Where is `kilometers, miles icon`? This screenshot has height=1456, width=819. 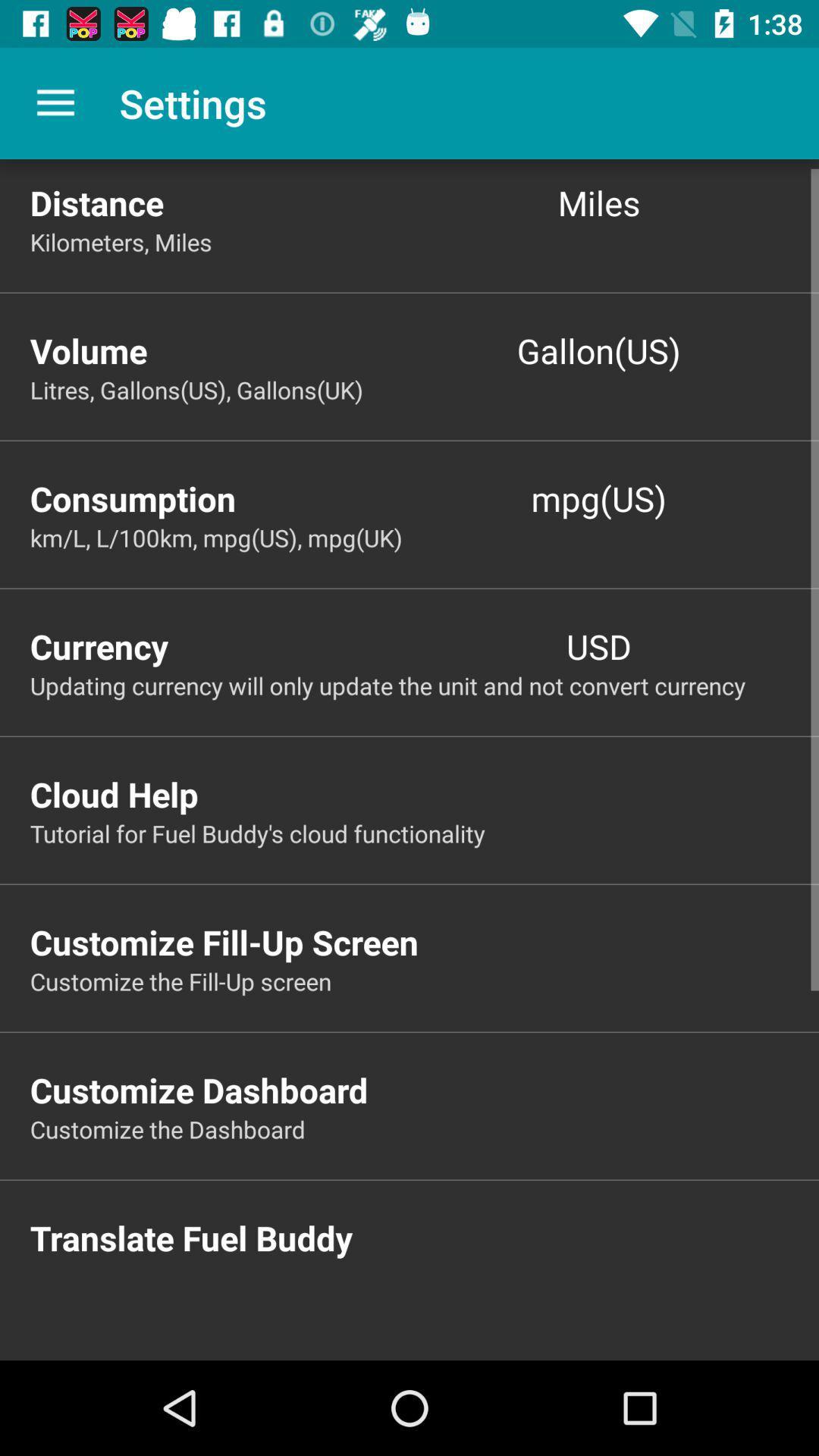 kilometers, miles icon is located at coordinates (424, 241).